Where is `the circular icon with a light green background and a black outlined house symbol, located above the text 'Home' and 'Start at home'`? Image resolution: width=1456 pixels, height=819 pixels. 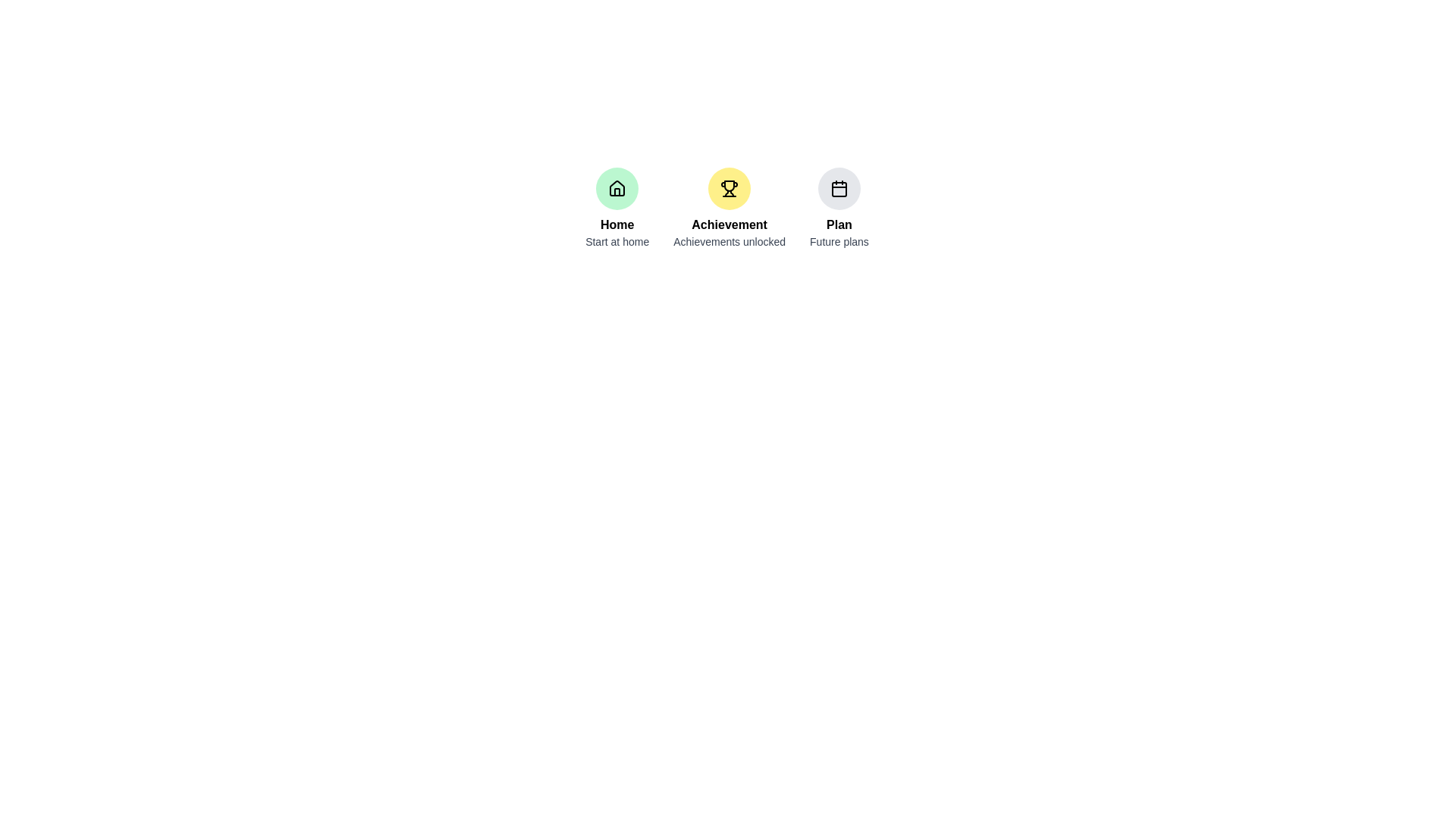
the circular icon with a light green background and a black outlined house symbol, located above the text 'Home' and 'Start at home' is located at coordinates (617, 188).